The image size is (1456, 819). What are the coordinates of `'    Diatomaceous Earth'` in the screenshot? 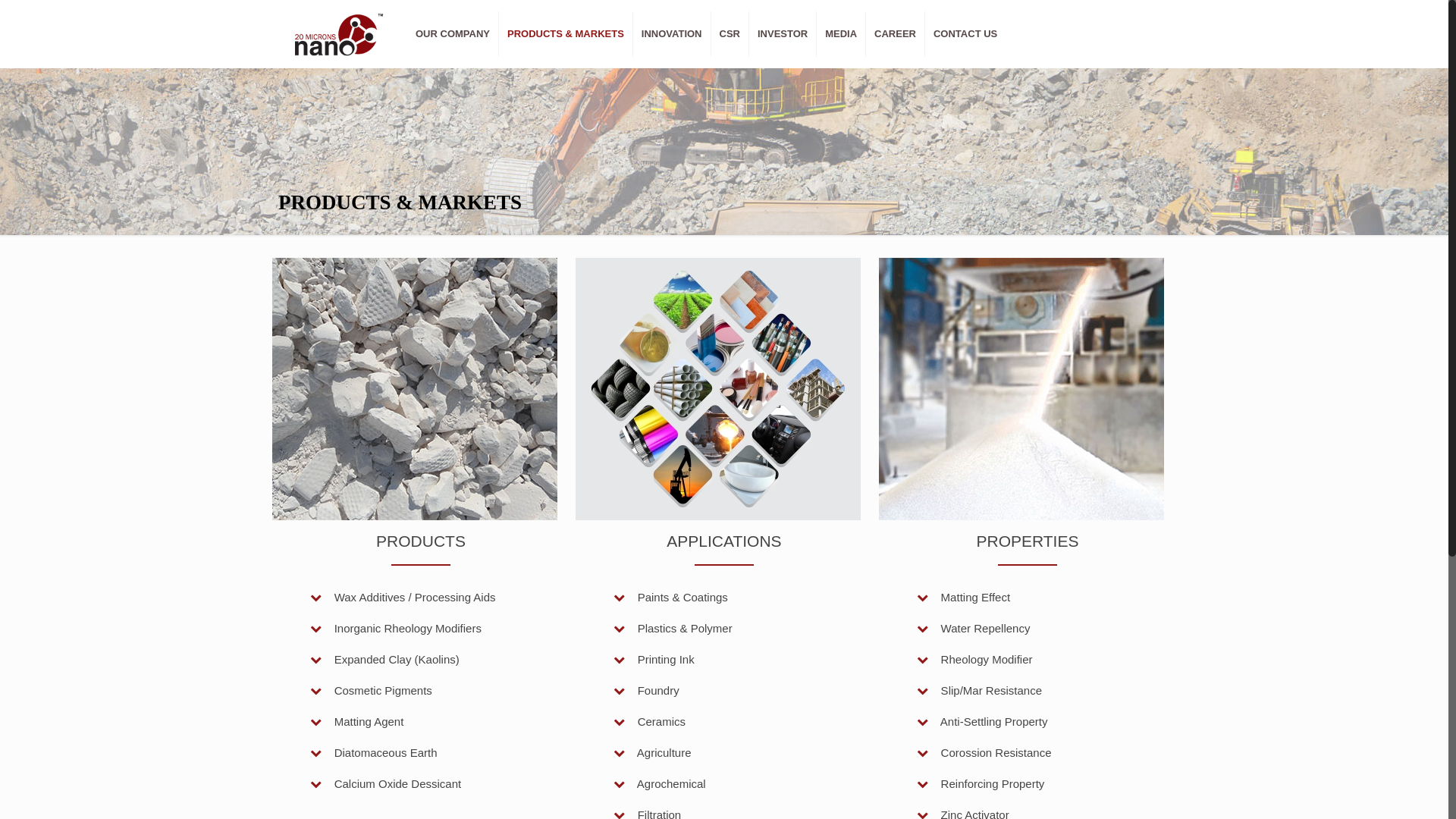 It's located at (374, 752).